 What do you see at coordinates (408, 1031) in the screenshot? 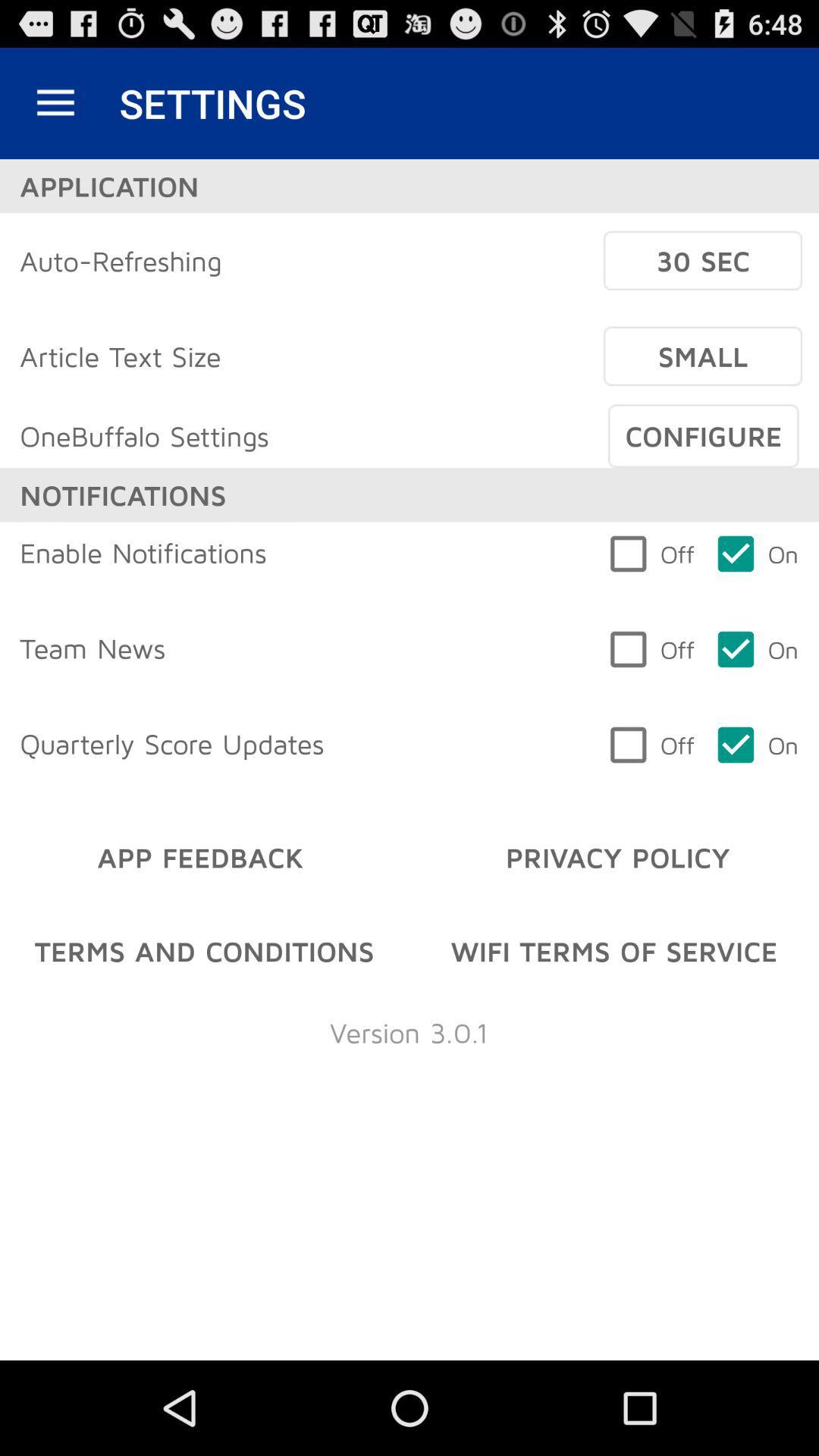
I see `the version 3 0` at bounding box center [408, 1031].